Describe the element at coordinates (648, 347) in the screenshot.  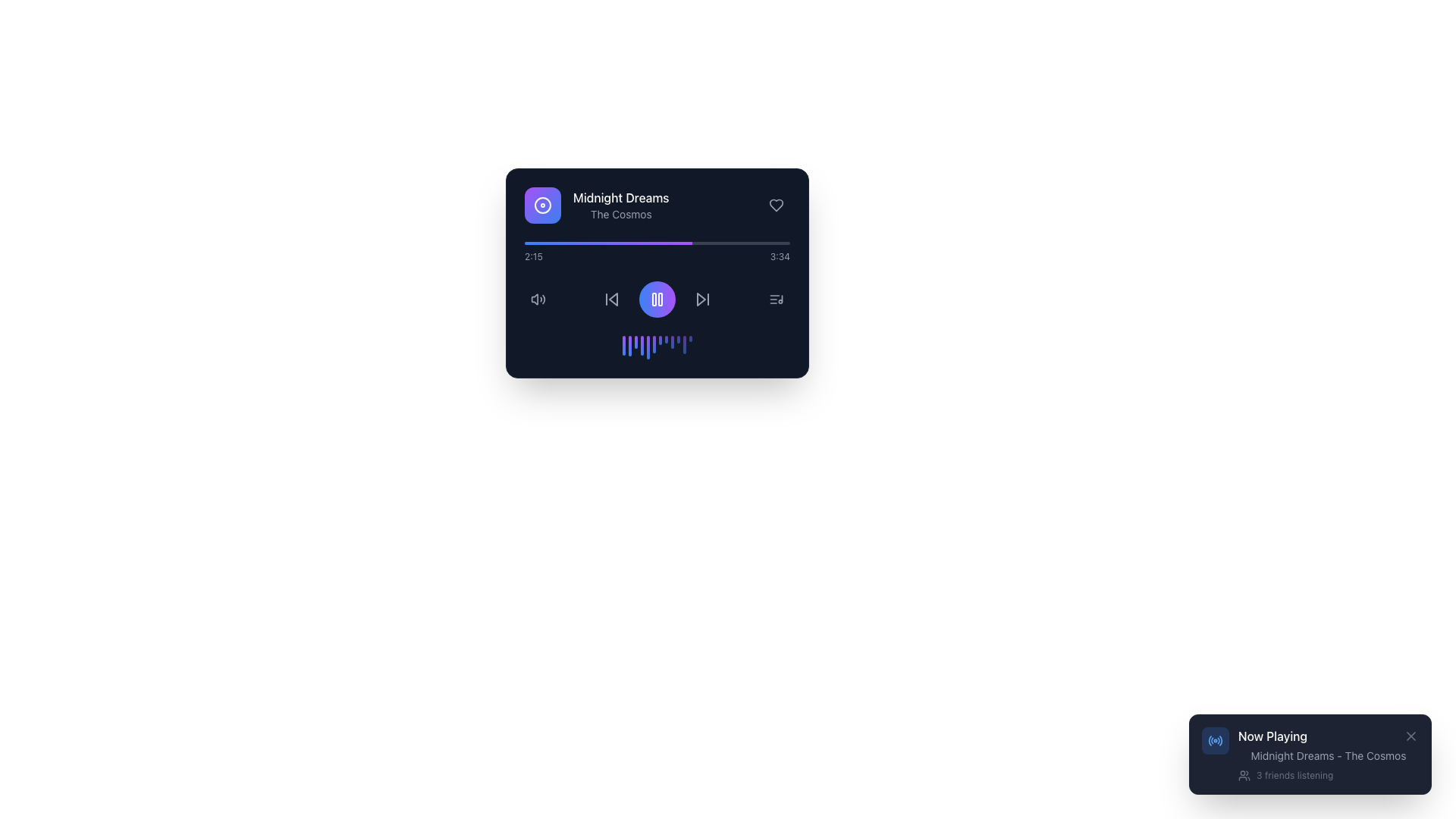
I see `the fifth progress bar from the left in the audio equalizer section of the music player interface, located beneath the circular playback control button` at that location.